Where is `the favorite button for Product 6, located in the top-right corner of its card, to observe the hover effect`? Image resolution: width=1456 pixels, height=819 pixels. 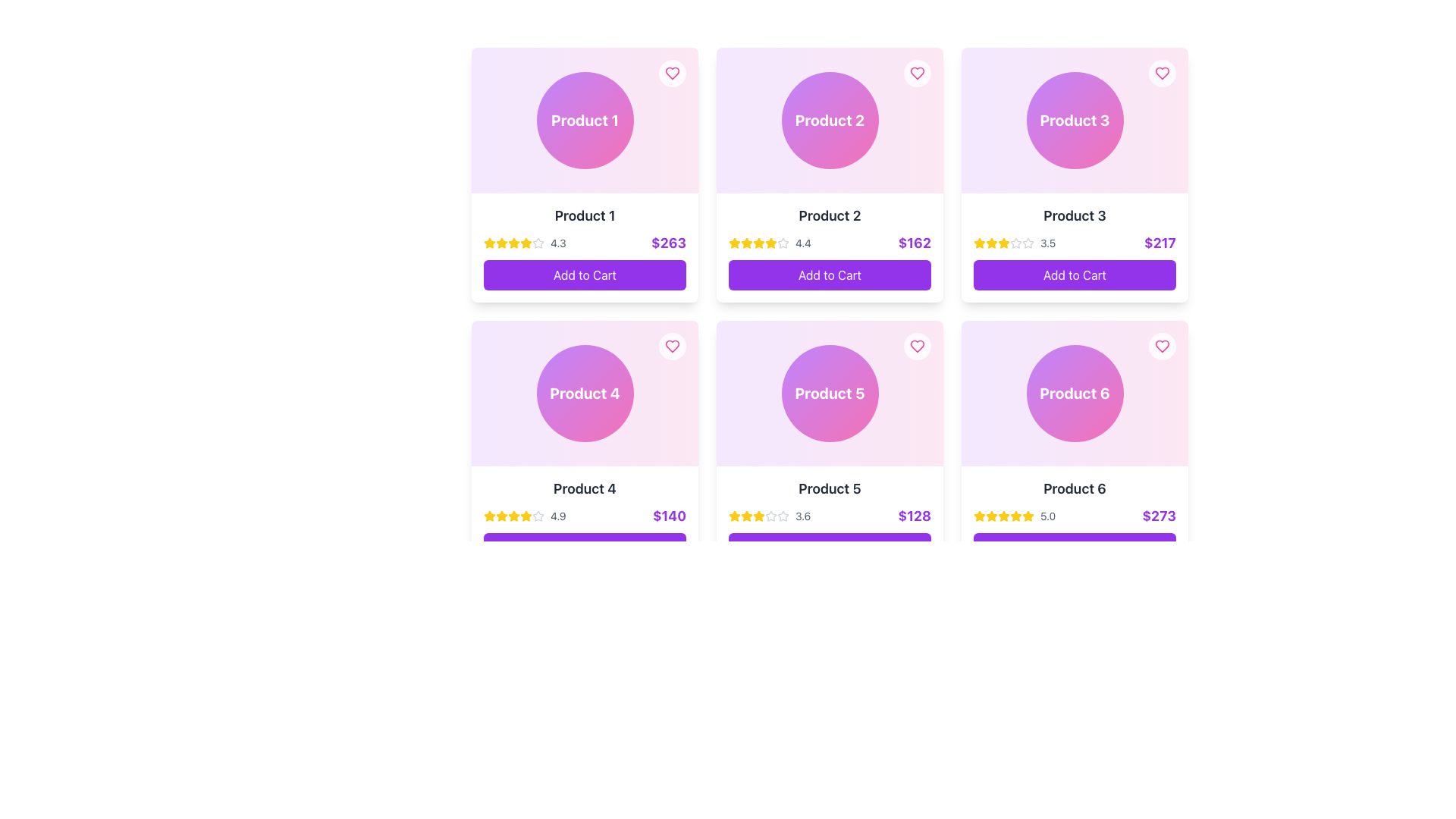 the favorite button for Product 6, located in the top-right corner of its card, to observe the hover effect is located at coordinates (1161, 346).